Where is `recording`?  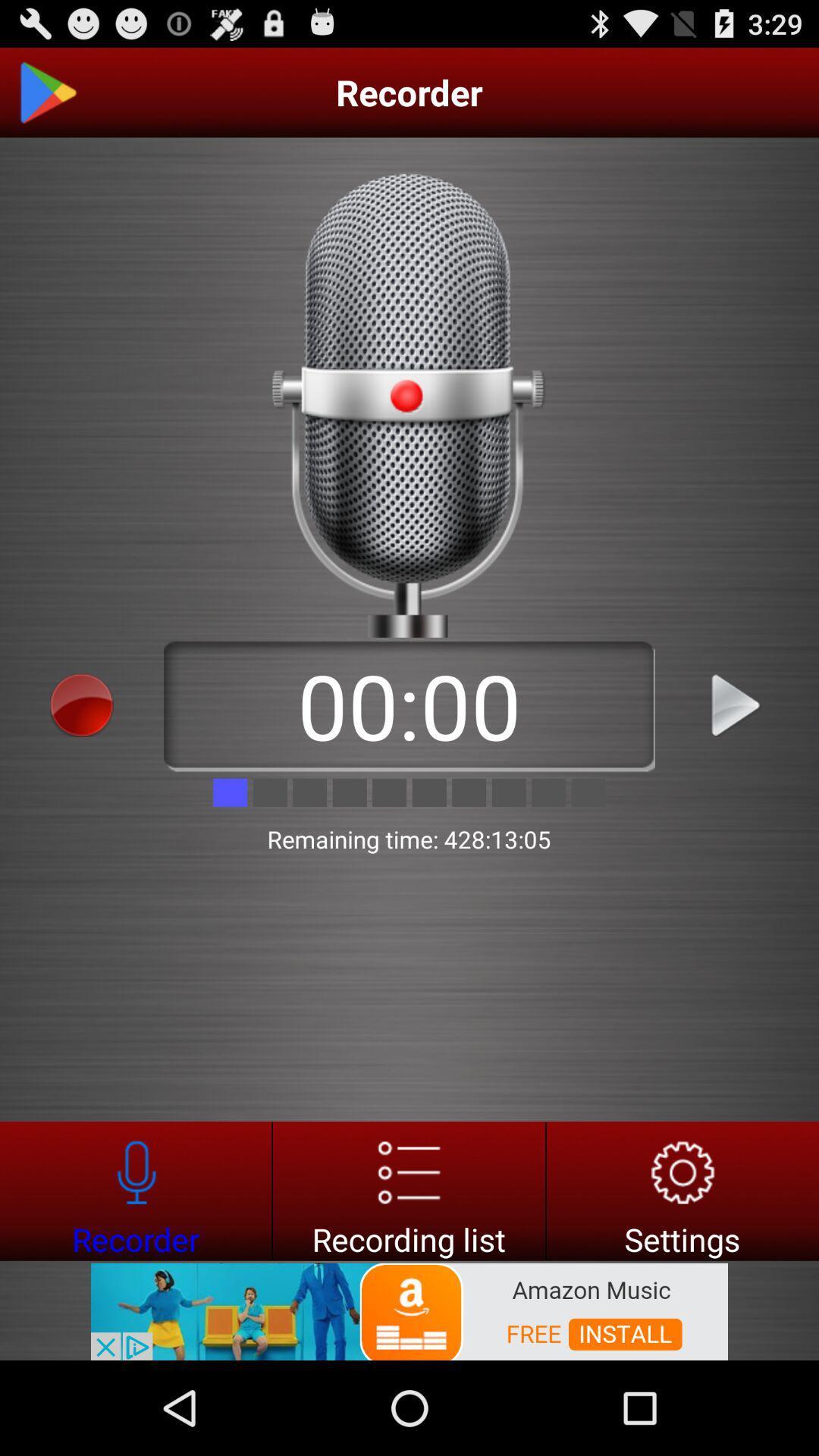
recording is located at coordinates (736, 704).